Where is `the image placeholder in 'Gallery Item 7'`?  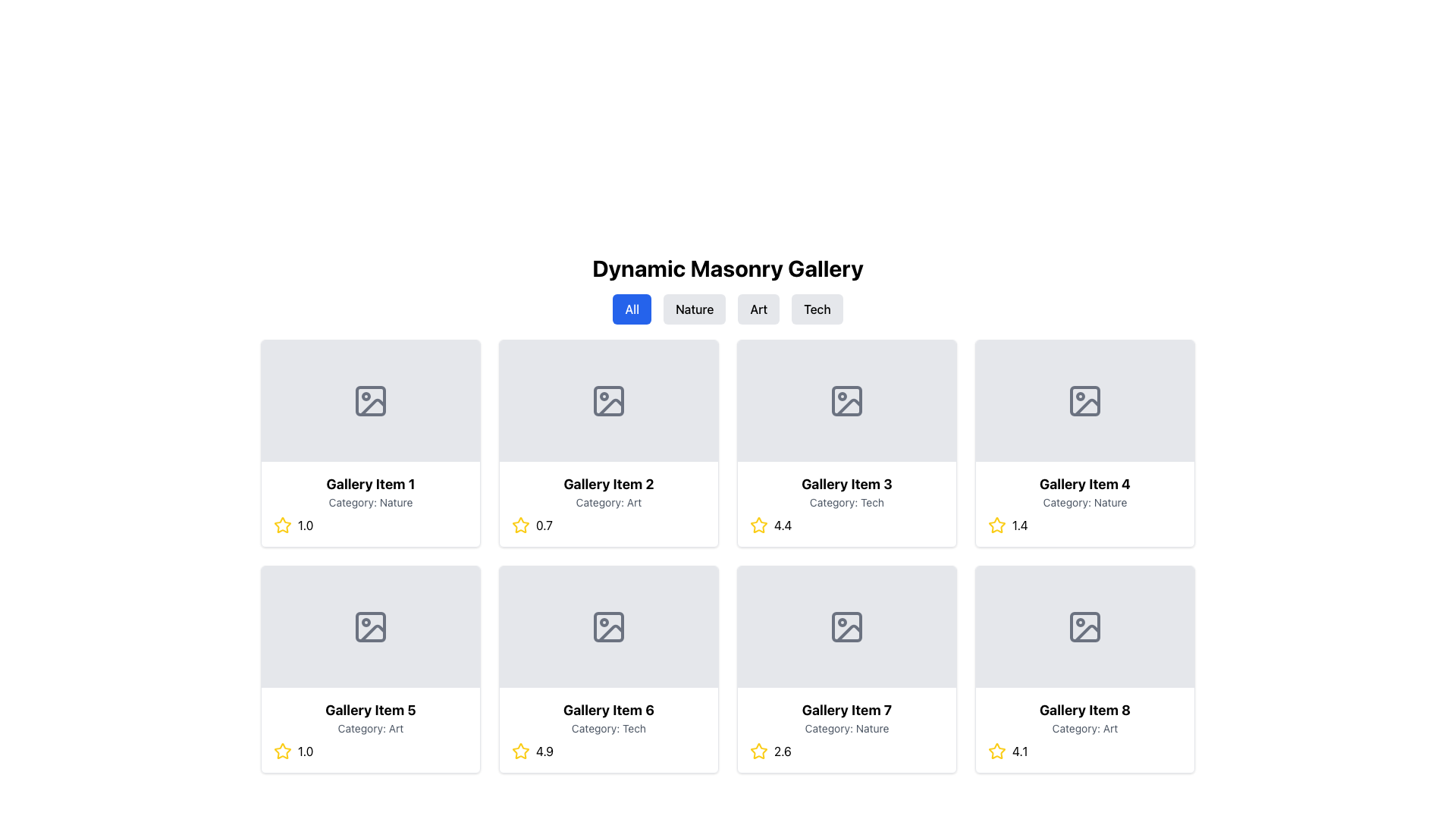
the image placeholder in 'Gallery Item 7' is located at coordinates (846, 626).